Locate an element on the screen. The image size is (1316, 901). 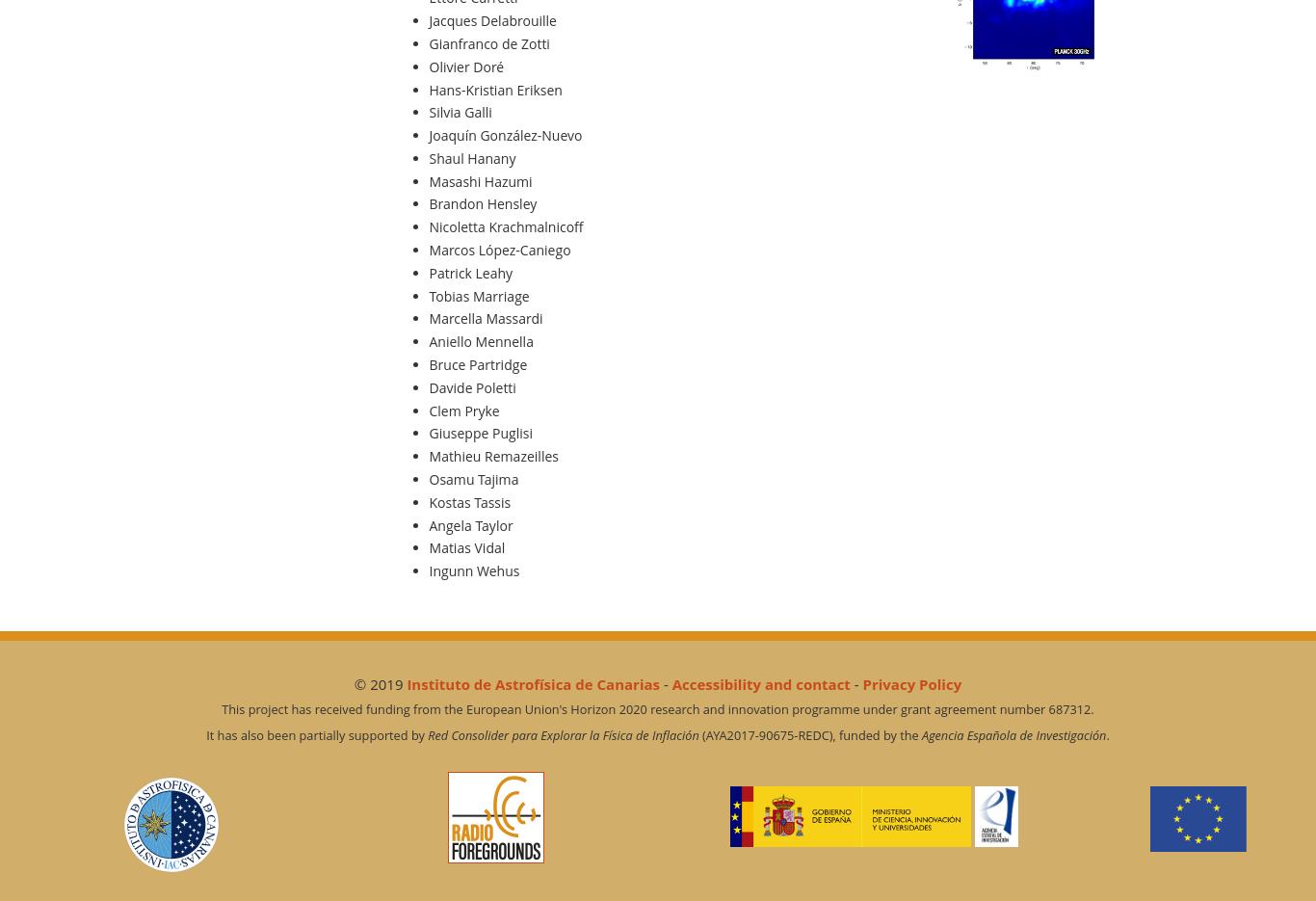
'Ingunn Wehus' is located at coordinates (474, 570).